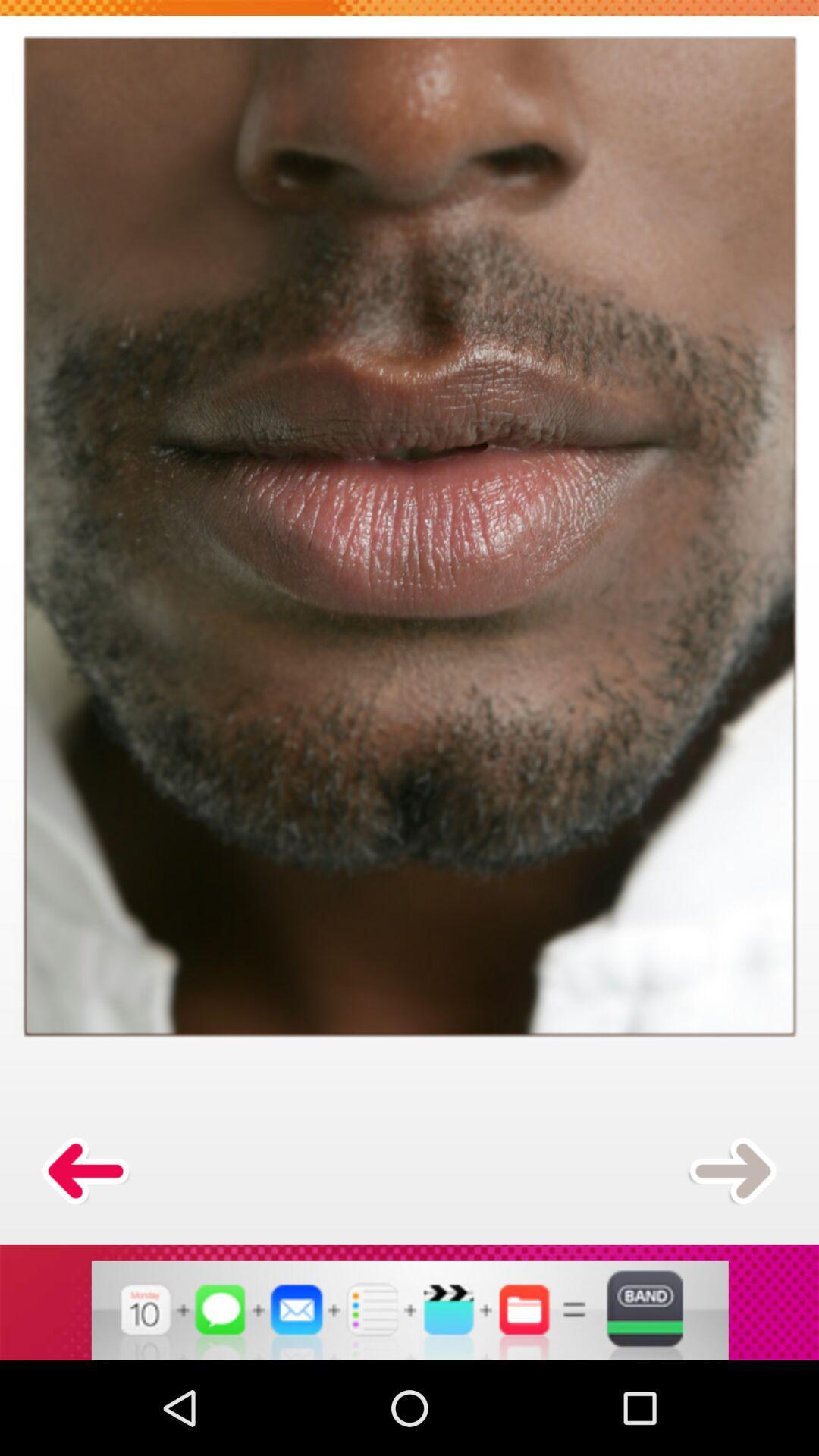 The image size is (819, 1456). Describe the element at coordinates (83, 1253) in the screenshot. I see `the arrow_backward icon` at that location.